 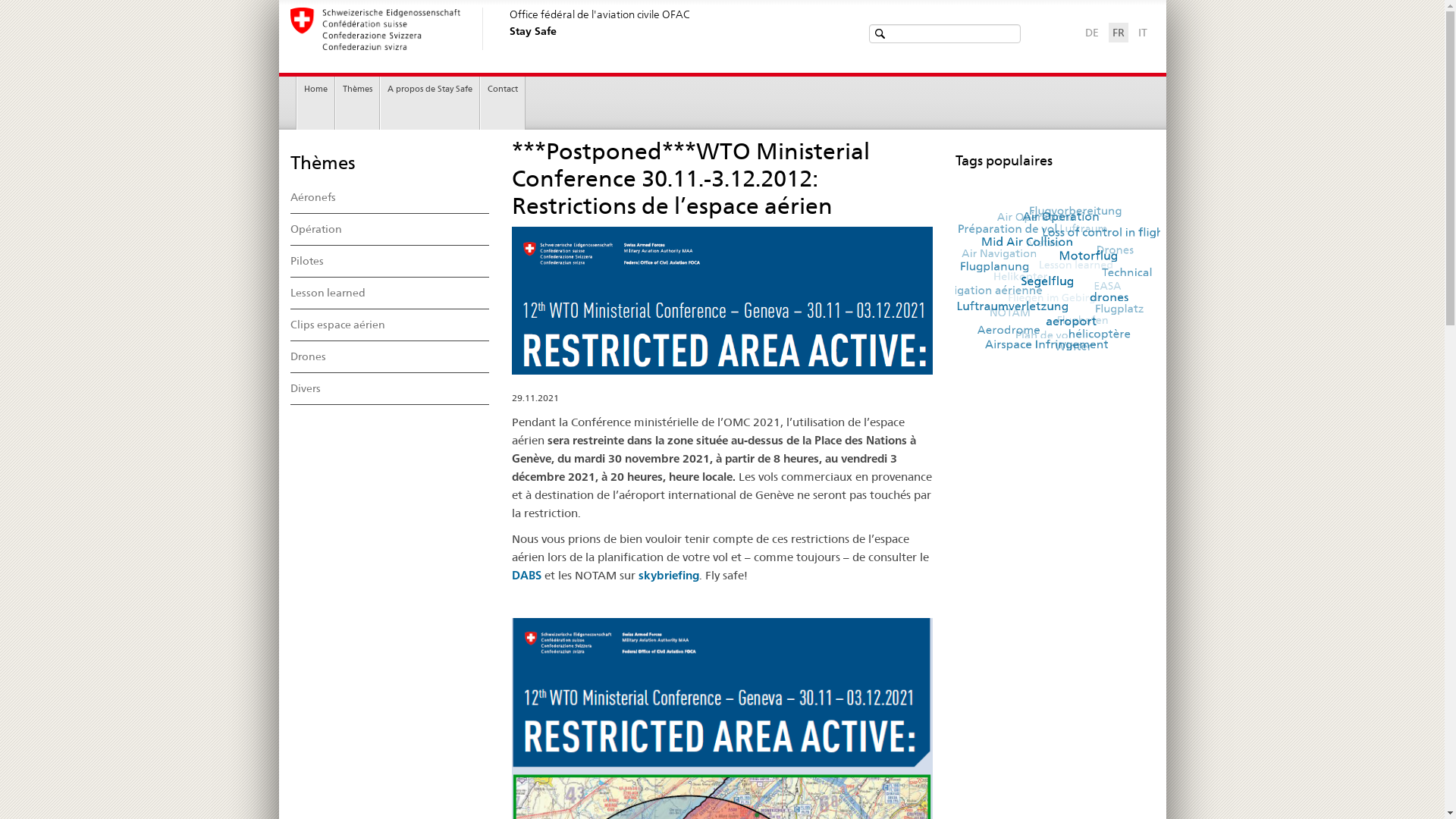 What do you see at coordinates (502, 102) in the screenshot?
I see `'Contact'` at bounding box center [502, 102].